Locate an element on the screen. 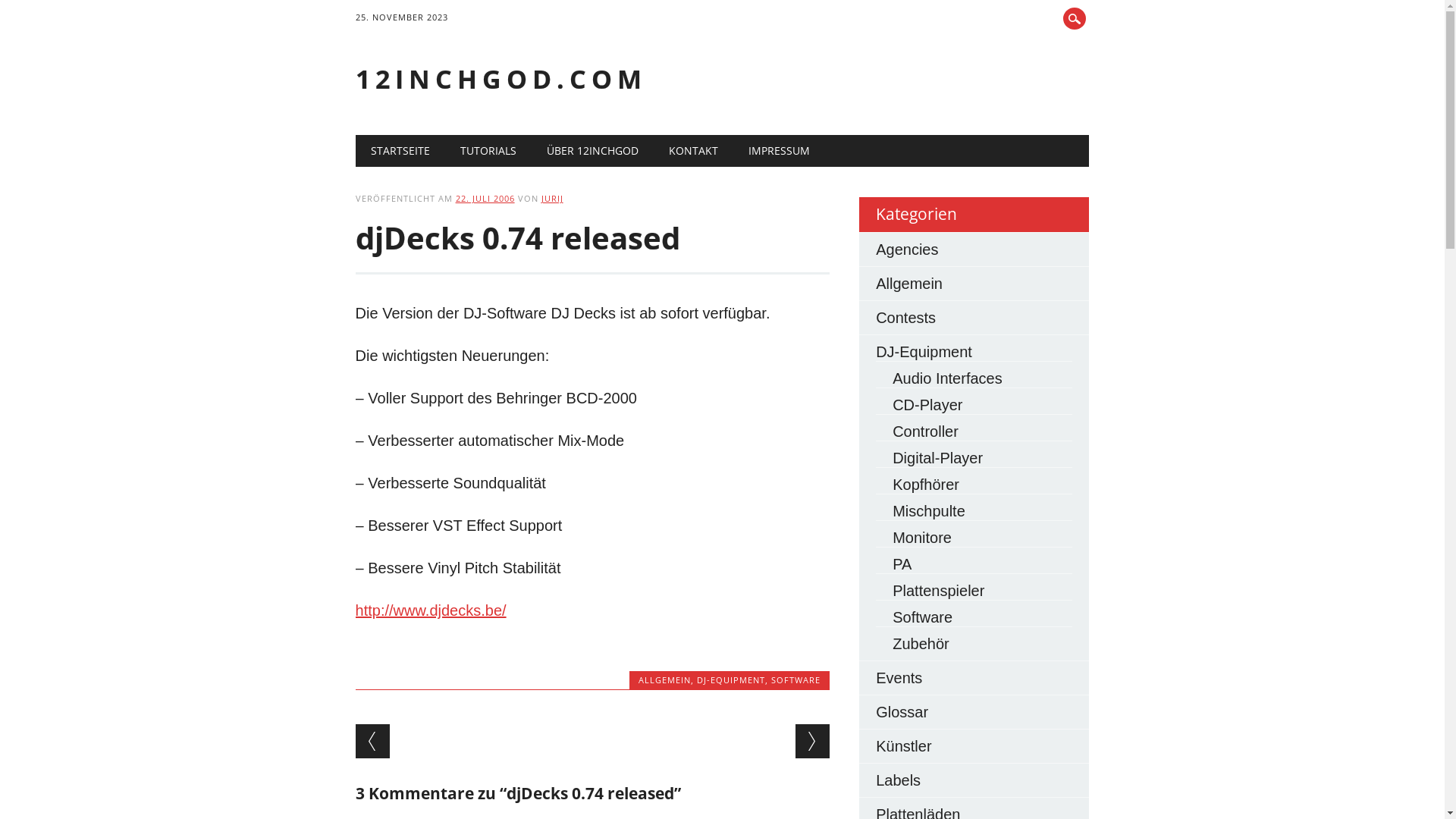  'SOFTWARE' is located at coordinates (795, 679).